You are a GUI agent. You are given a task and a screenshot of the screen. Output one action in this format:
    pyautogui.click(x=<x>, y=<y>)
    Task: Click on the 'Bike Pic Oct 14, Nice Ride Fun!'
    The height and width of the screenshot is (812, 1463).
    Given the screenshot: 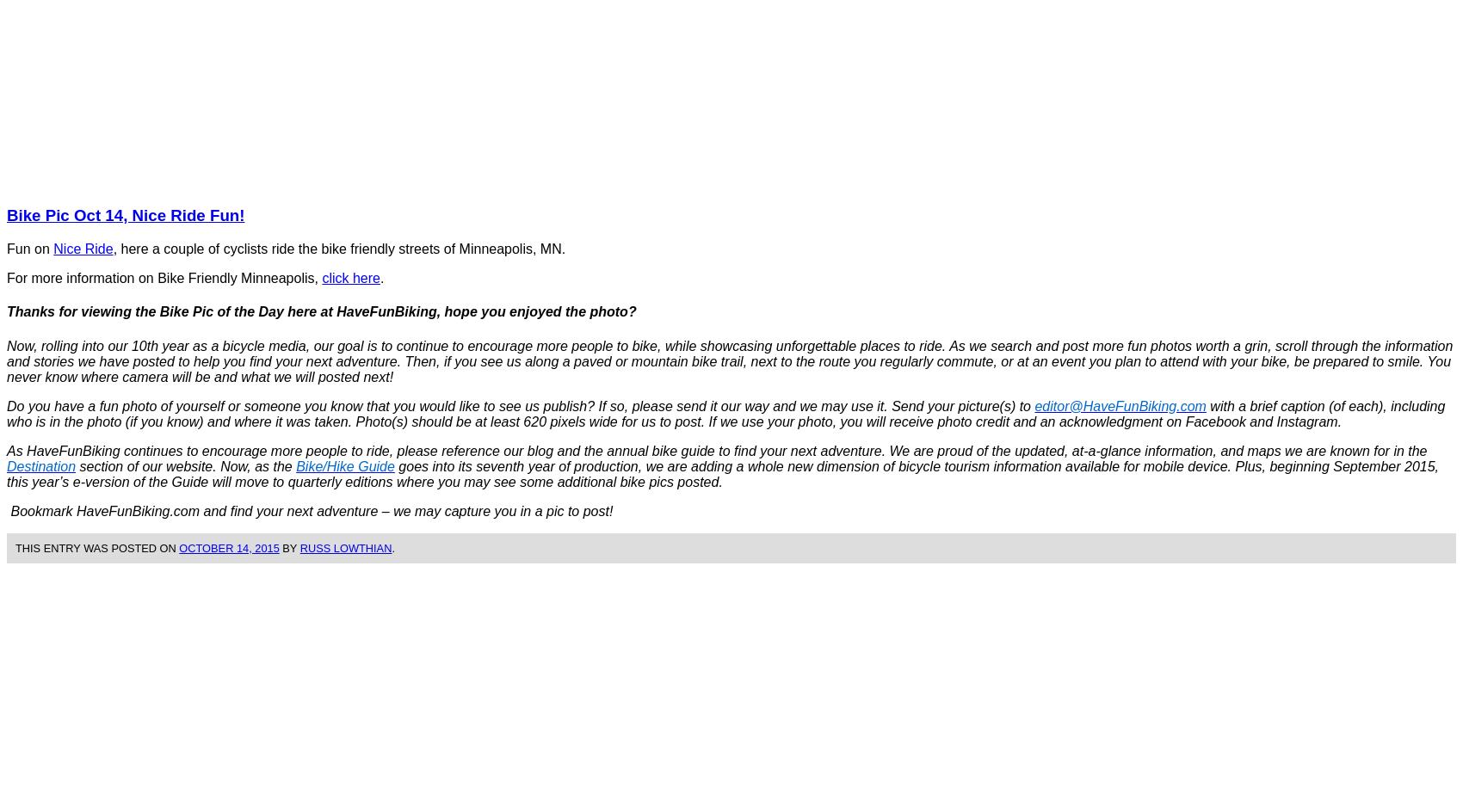 What is the action you would take?
    pyautogui.click(x=125, y=215)
    